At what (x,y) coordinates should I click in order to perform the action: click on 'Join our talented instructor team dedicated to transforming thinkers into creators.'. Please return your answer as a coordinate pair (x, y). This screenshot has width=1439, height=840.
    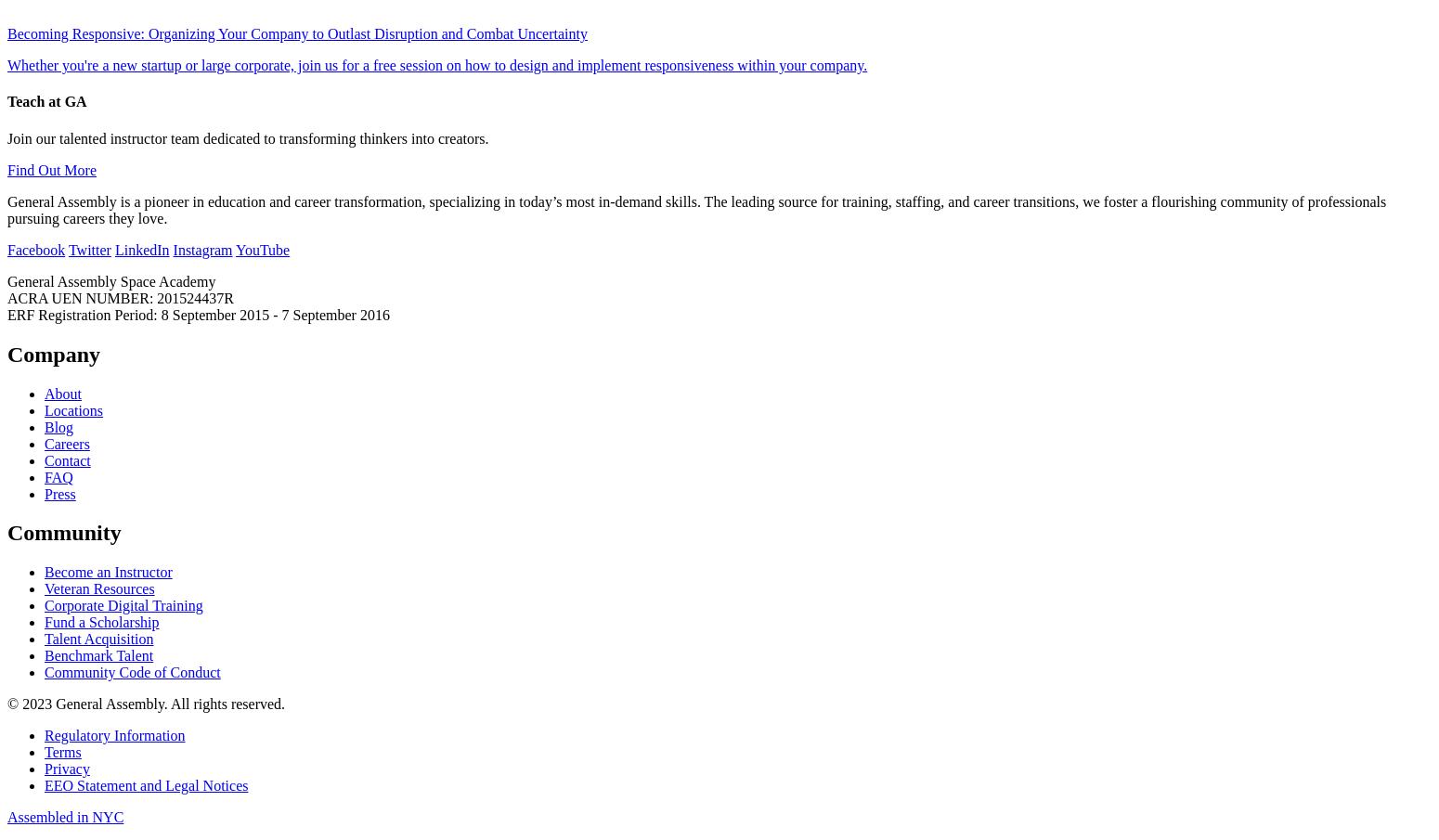
    Looking at the image, I should click on (248, 136).